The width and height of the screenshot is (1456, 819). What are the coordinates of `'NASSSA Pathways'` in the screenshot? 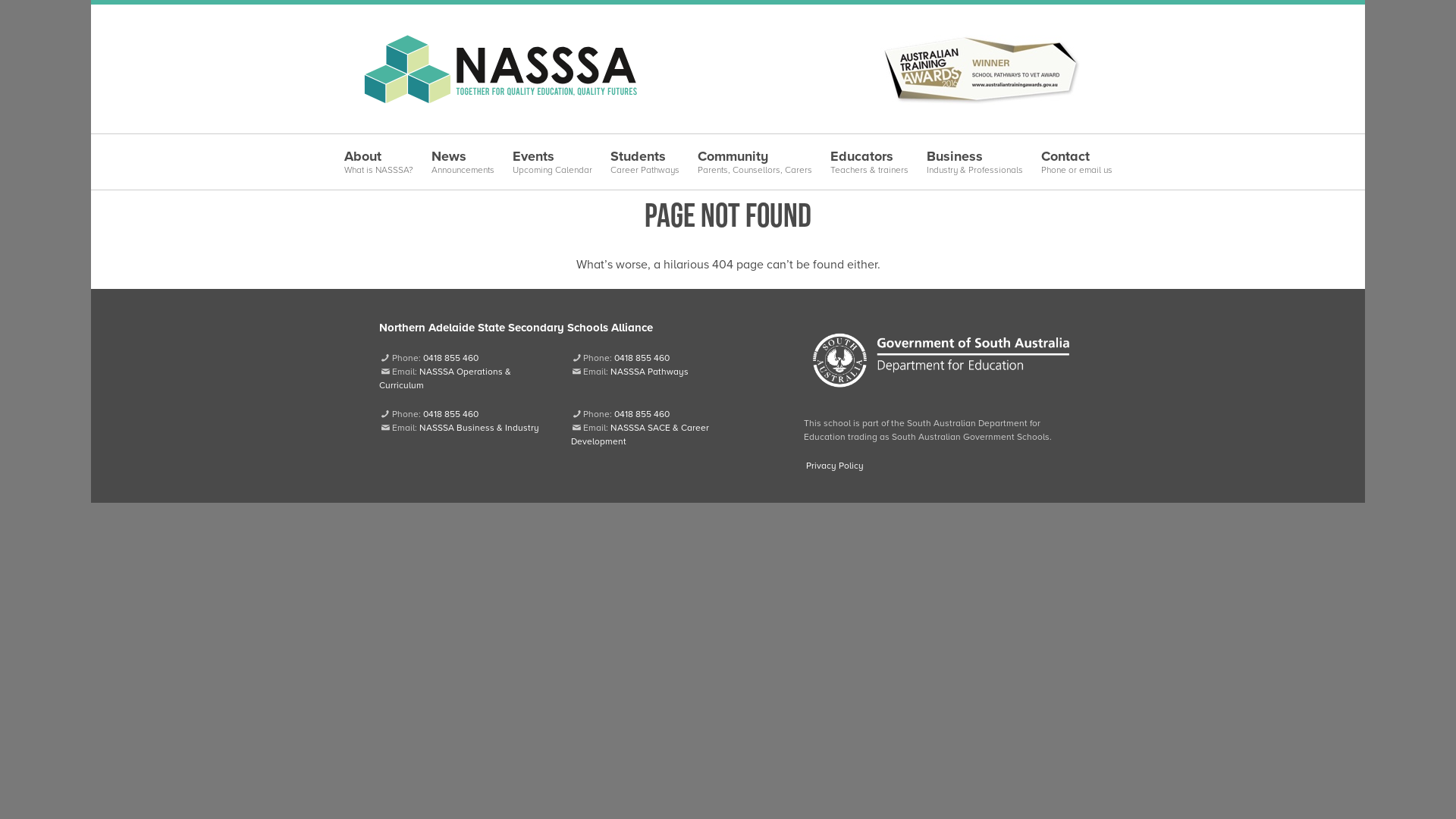 It's located at (610, 371).